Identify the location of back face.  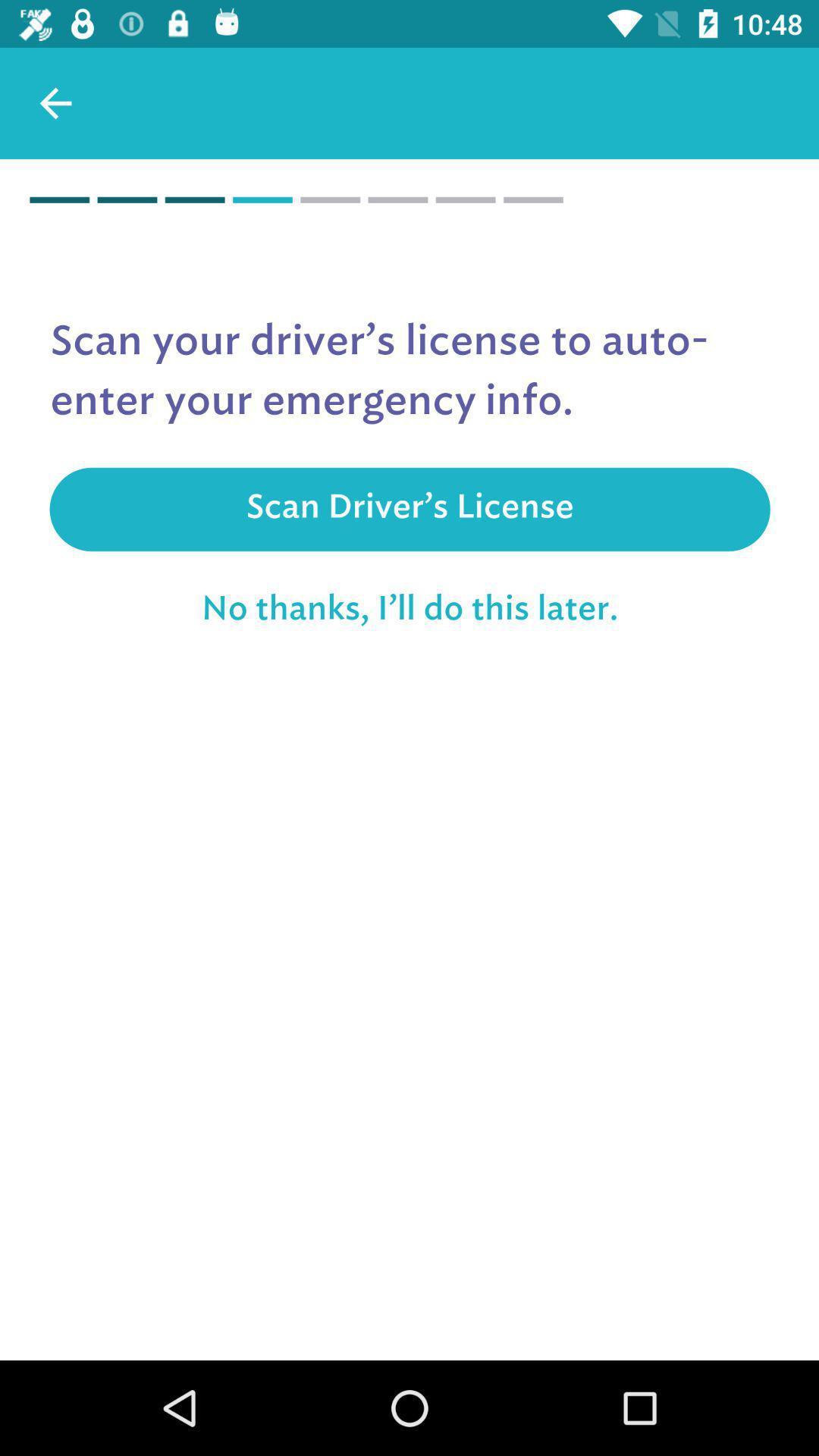
(55, 102).